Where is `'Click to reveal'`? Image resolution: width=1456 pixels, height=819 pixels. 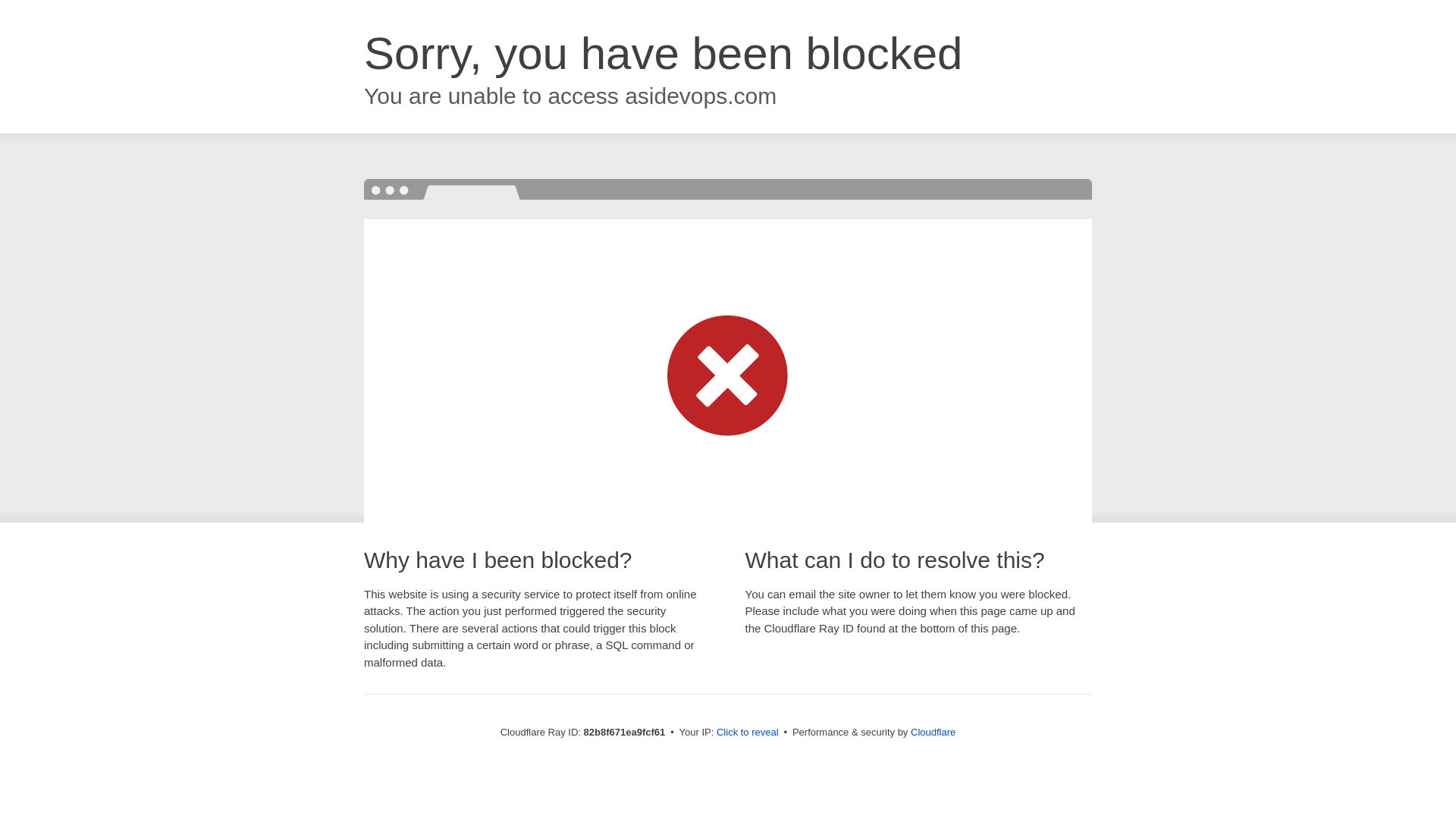 'Click to reveal' is located at coordinates (747, 731).